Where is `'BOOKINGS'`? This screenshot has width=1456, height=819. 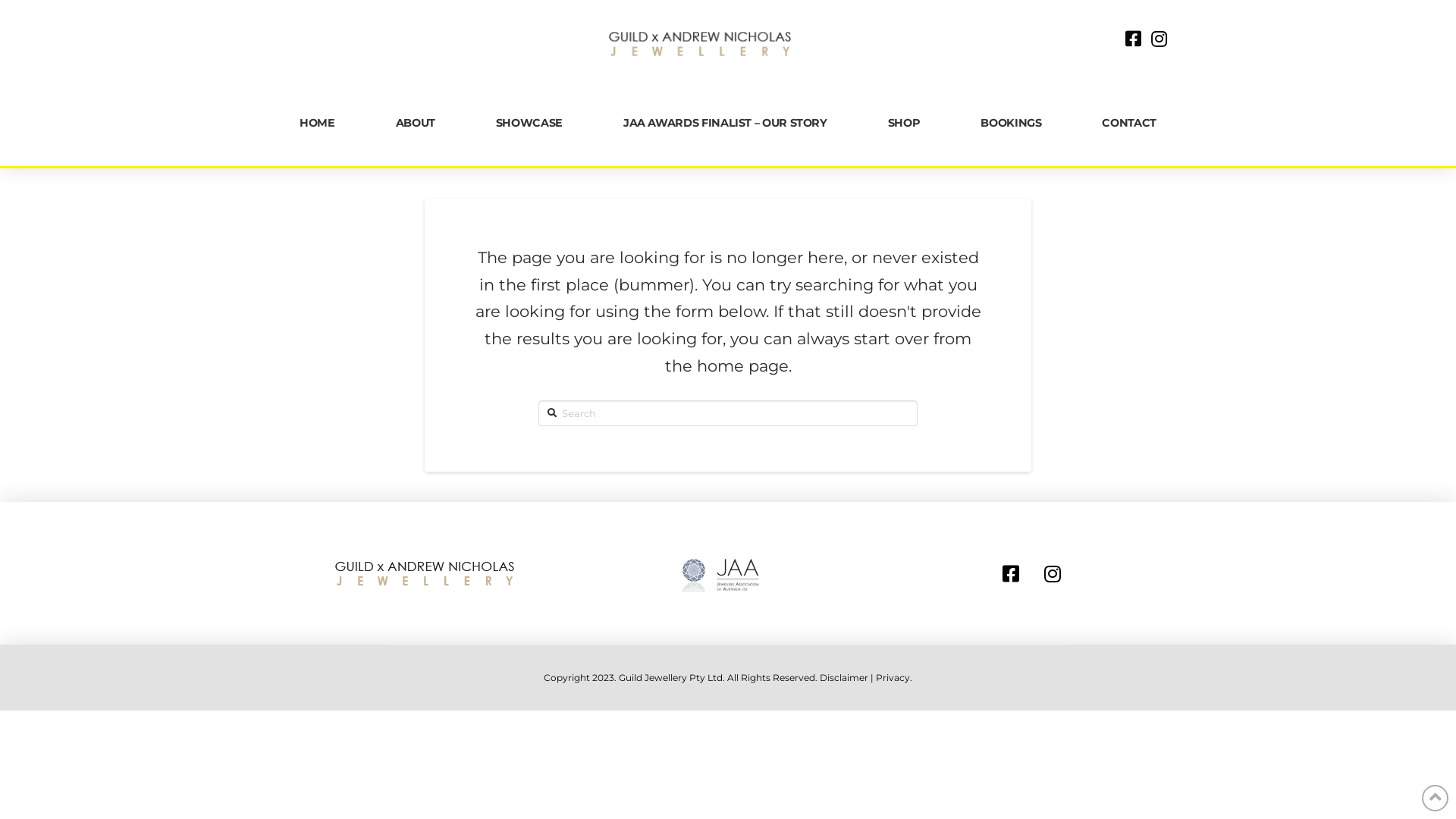
'BOOKINGS' is located at coordinates (964, 122).